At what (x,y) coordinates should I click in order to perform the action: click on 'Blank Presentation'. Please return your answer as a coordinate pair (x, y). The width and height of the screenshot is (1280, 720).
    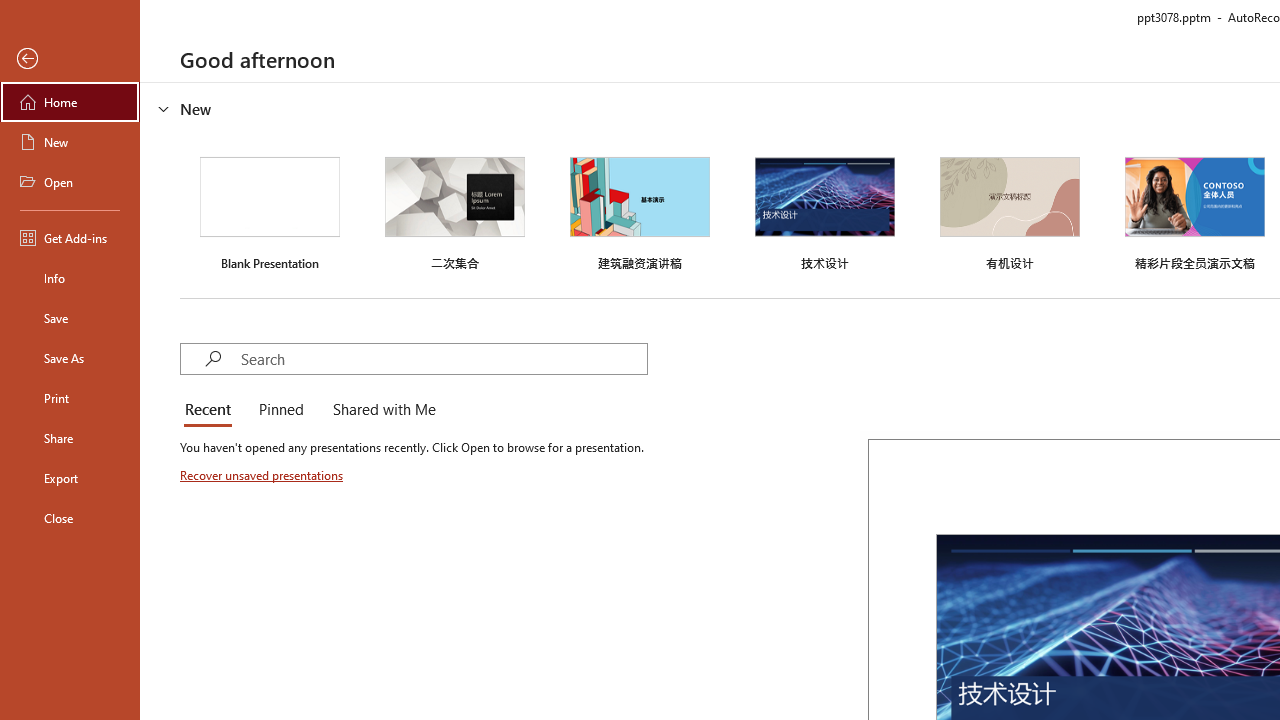
    Looking at the image, I should click on (269, 211).